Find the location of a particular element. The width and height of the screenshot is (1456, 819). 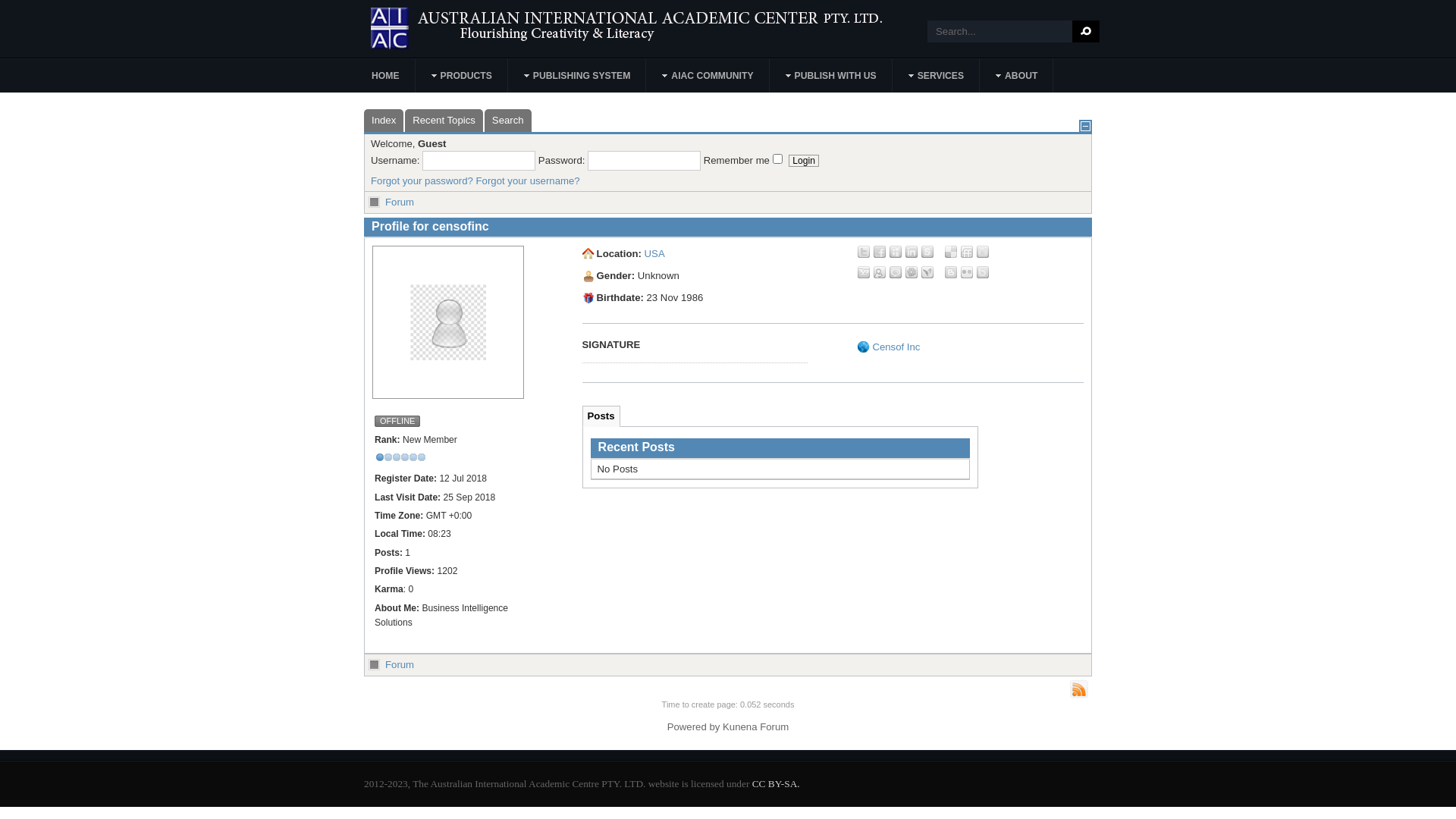

'ABOUT' is located at coordinates (1016, 76).